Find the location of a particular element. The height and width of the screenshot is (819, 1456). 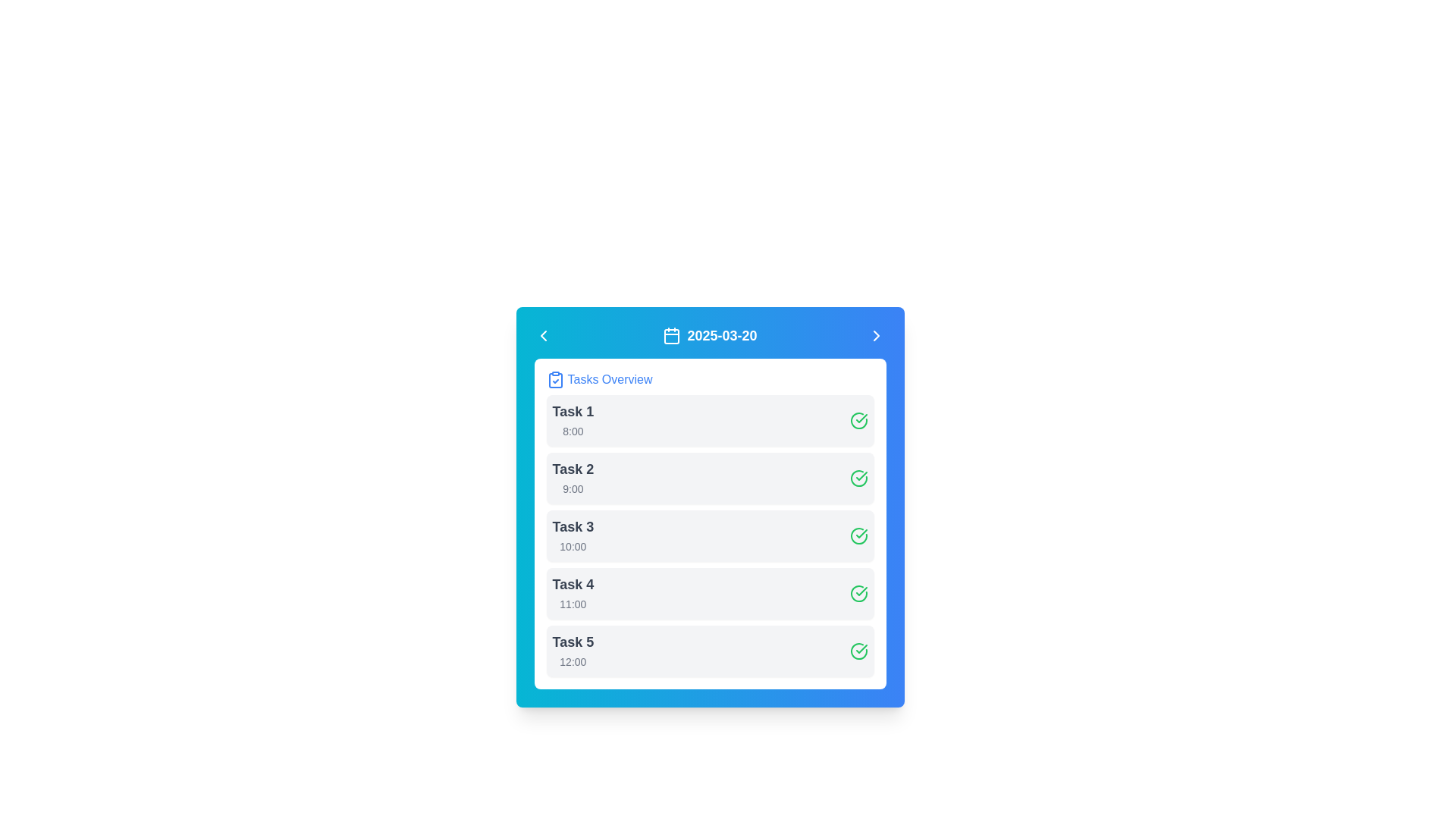

the completion status indicator for 'Task 2', which is located at the rightmost side of the second task row indicating that the task is completed is located at coordinates (858, 479).